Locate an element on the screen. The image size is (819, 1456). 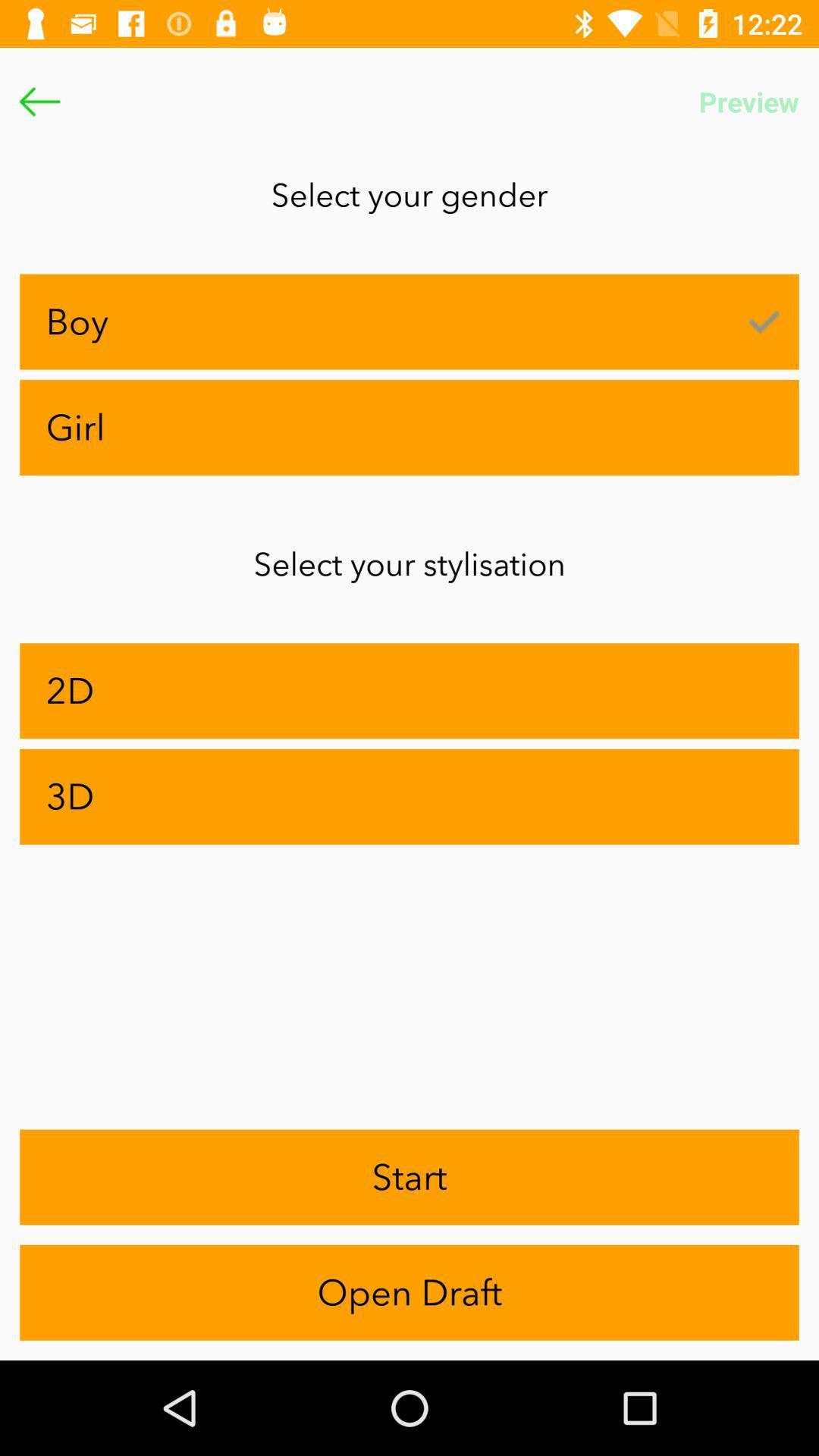
the start item is located at coordinates (409, 1176).